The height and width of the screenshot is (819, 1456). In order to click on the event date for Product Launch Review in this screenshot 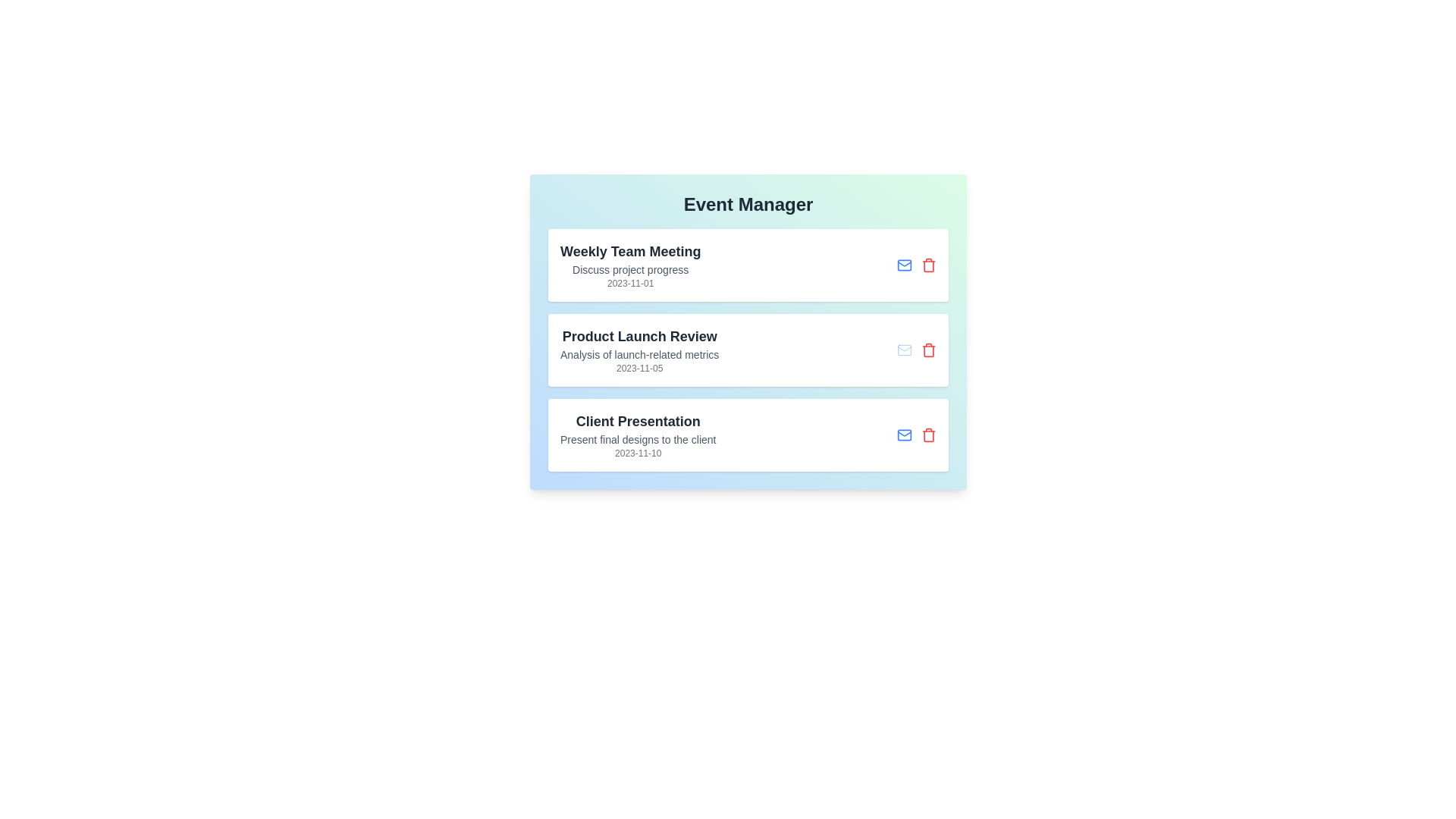, I will do `click(639, 369)`.